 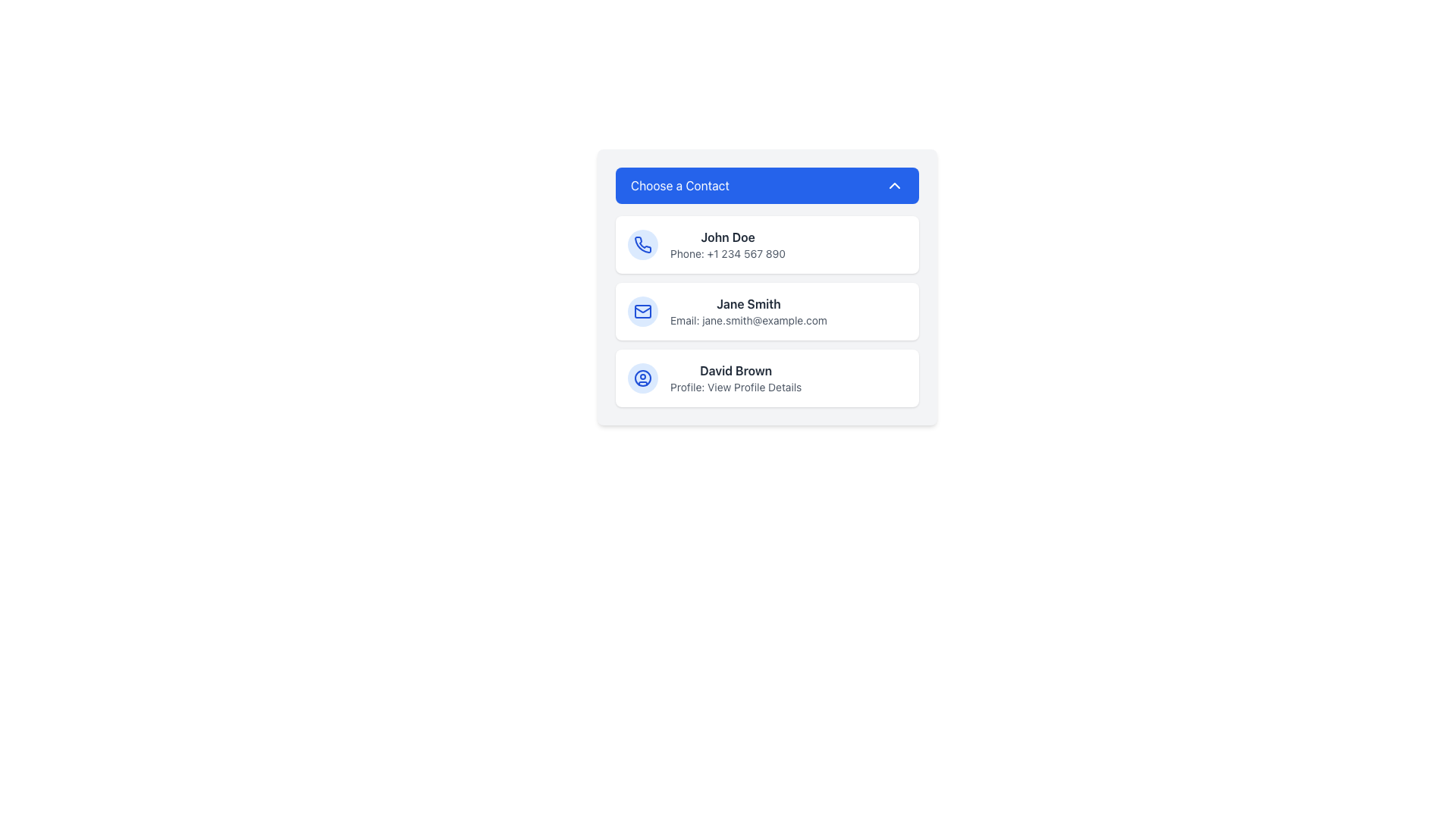 I want to click on the email address 'jane.smith@example.com' displayed in gray text, which is positioned below the name 'Jane Smith' in the second contact card, so click(x=748, y=320).